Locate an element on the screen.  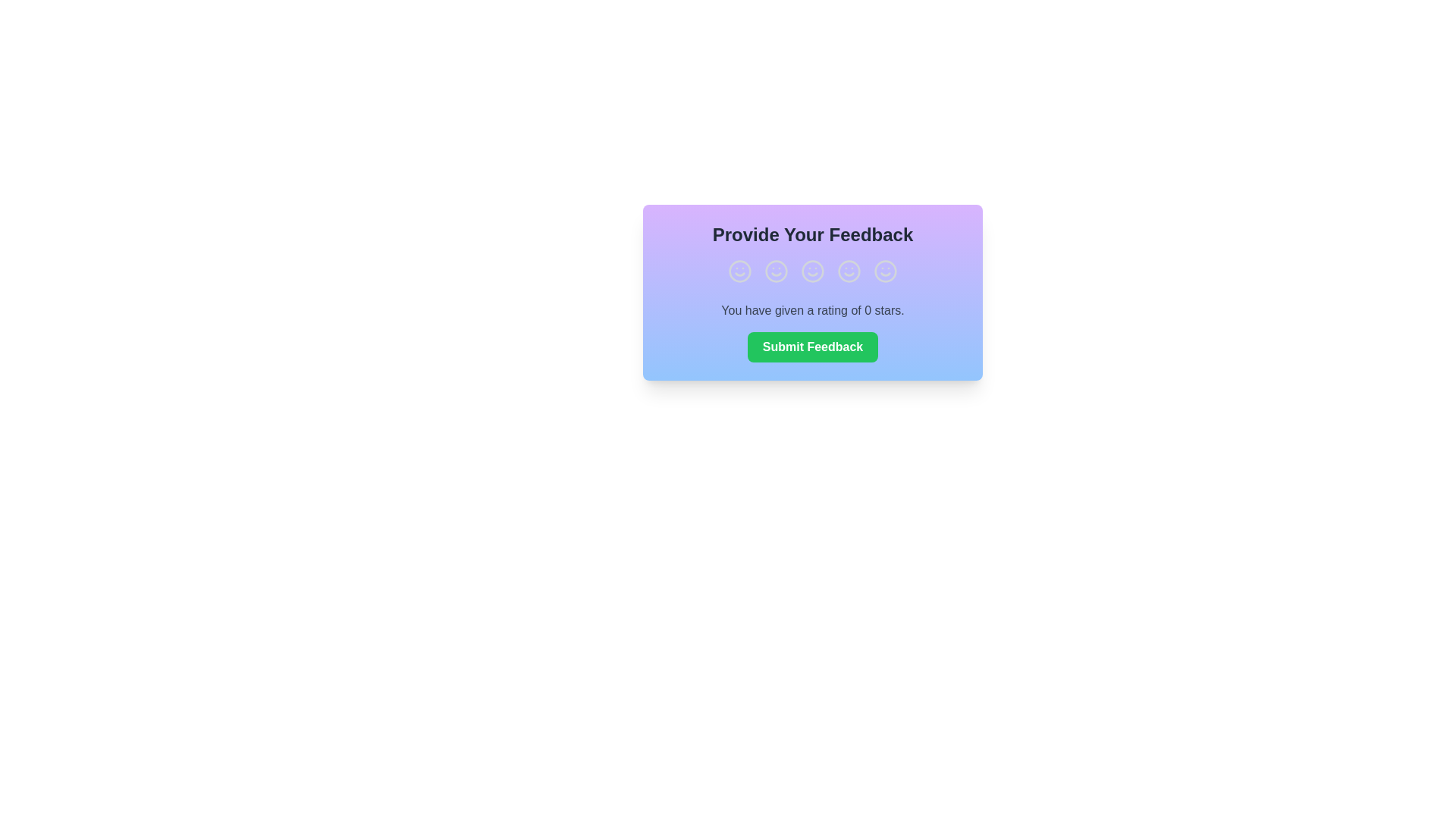
the smiley face corresponding to a rating of 3 is located at coordinates (811, 271).